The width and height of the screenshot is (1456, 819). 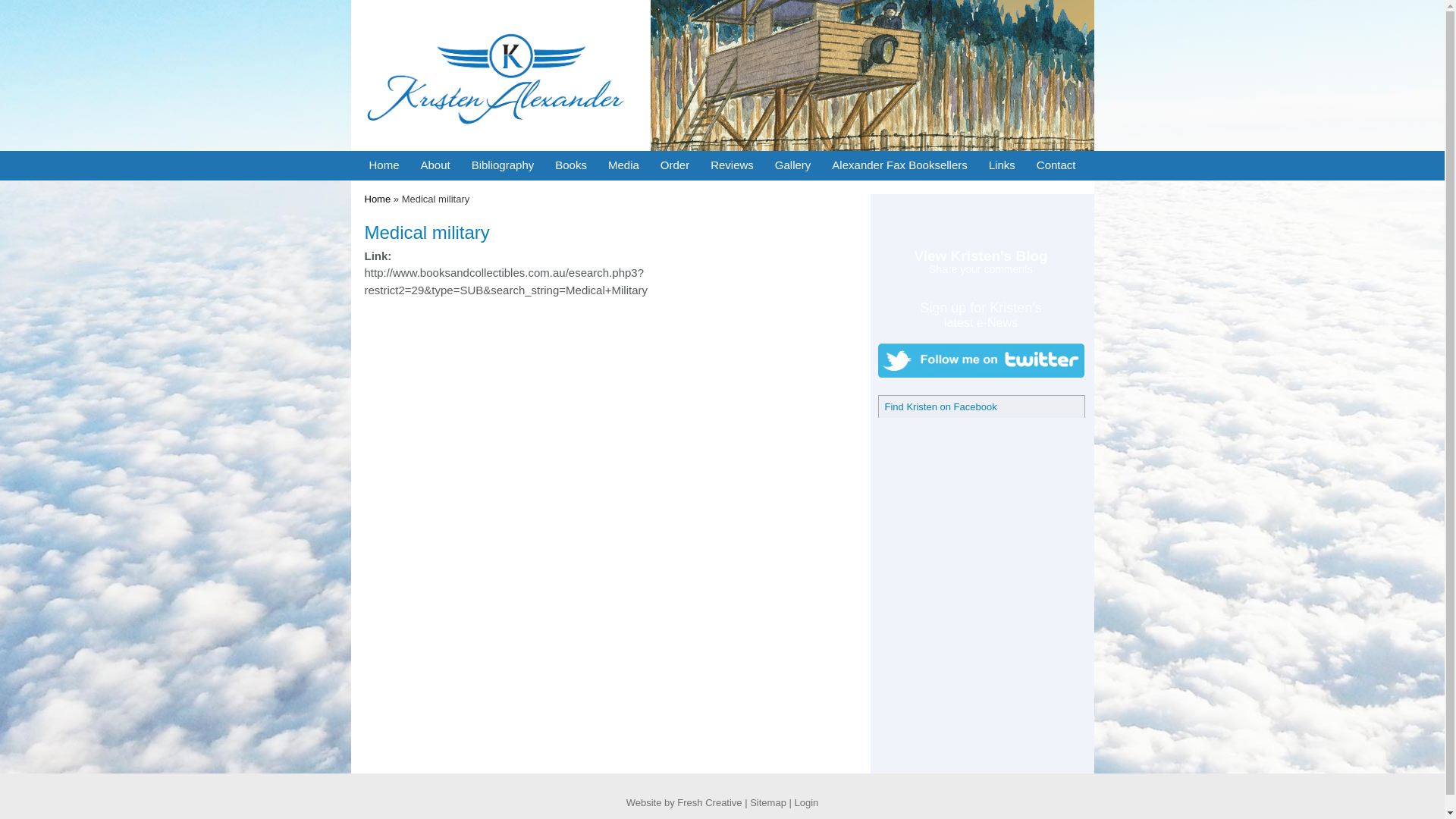 I want to click on 'Contact', so click(x=1055, y=165).